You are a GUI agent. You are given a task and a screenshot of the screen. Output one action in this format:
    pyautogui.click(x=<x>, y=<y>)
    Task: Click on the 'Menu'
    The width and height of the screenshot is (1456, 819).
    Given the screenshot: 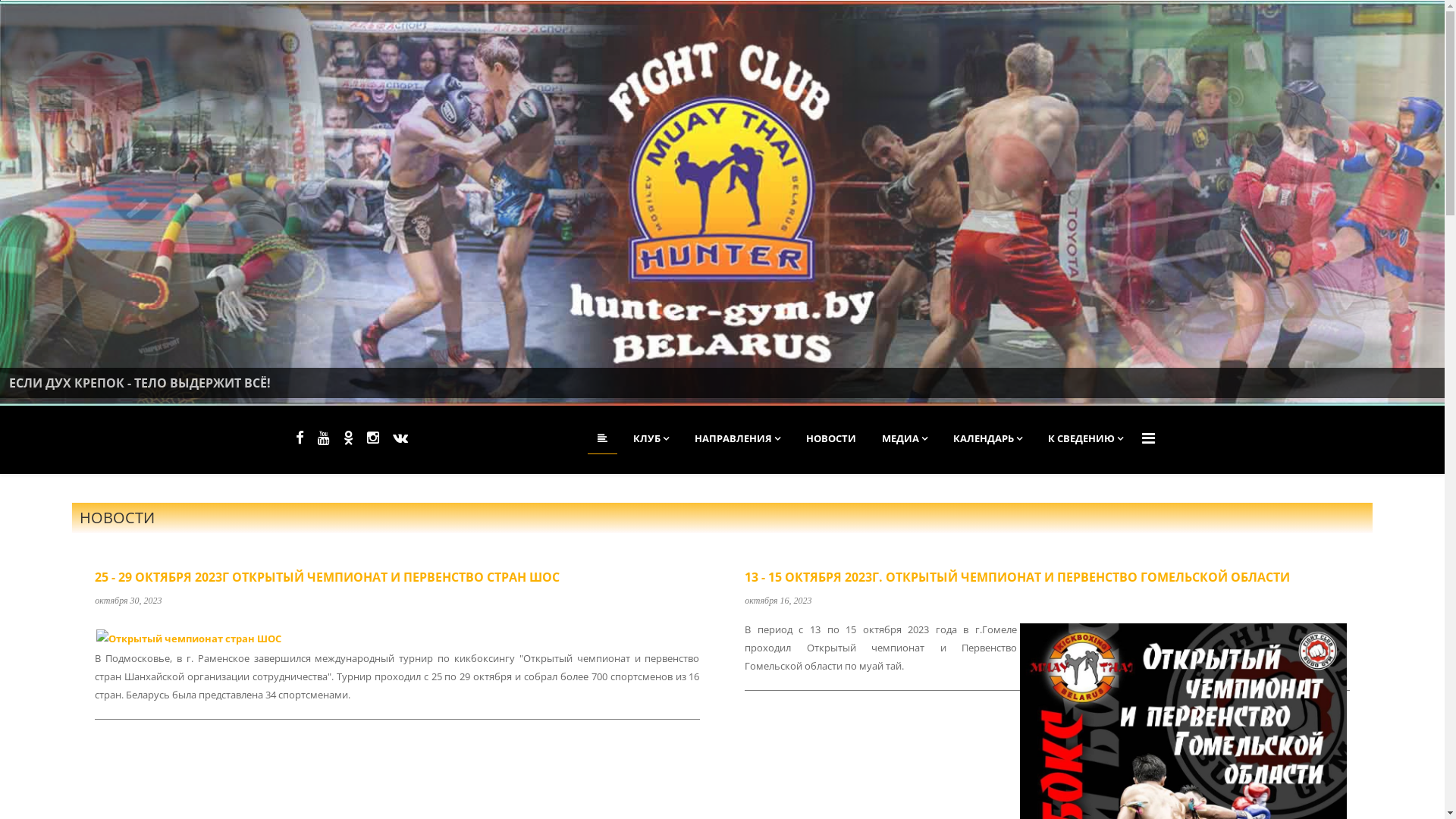 What is the action you would take?
    pyautogui.click(x=1148, y=438)
    